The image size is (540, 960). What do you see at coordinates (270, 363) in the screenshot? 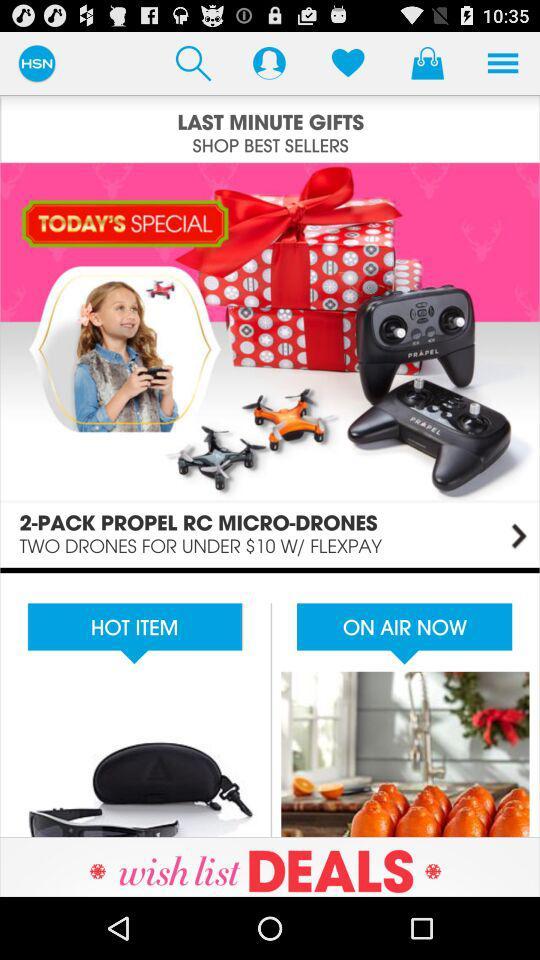
I see `see today 's discounts` at bounding box center [270, 363].